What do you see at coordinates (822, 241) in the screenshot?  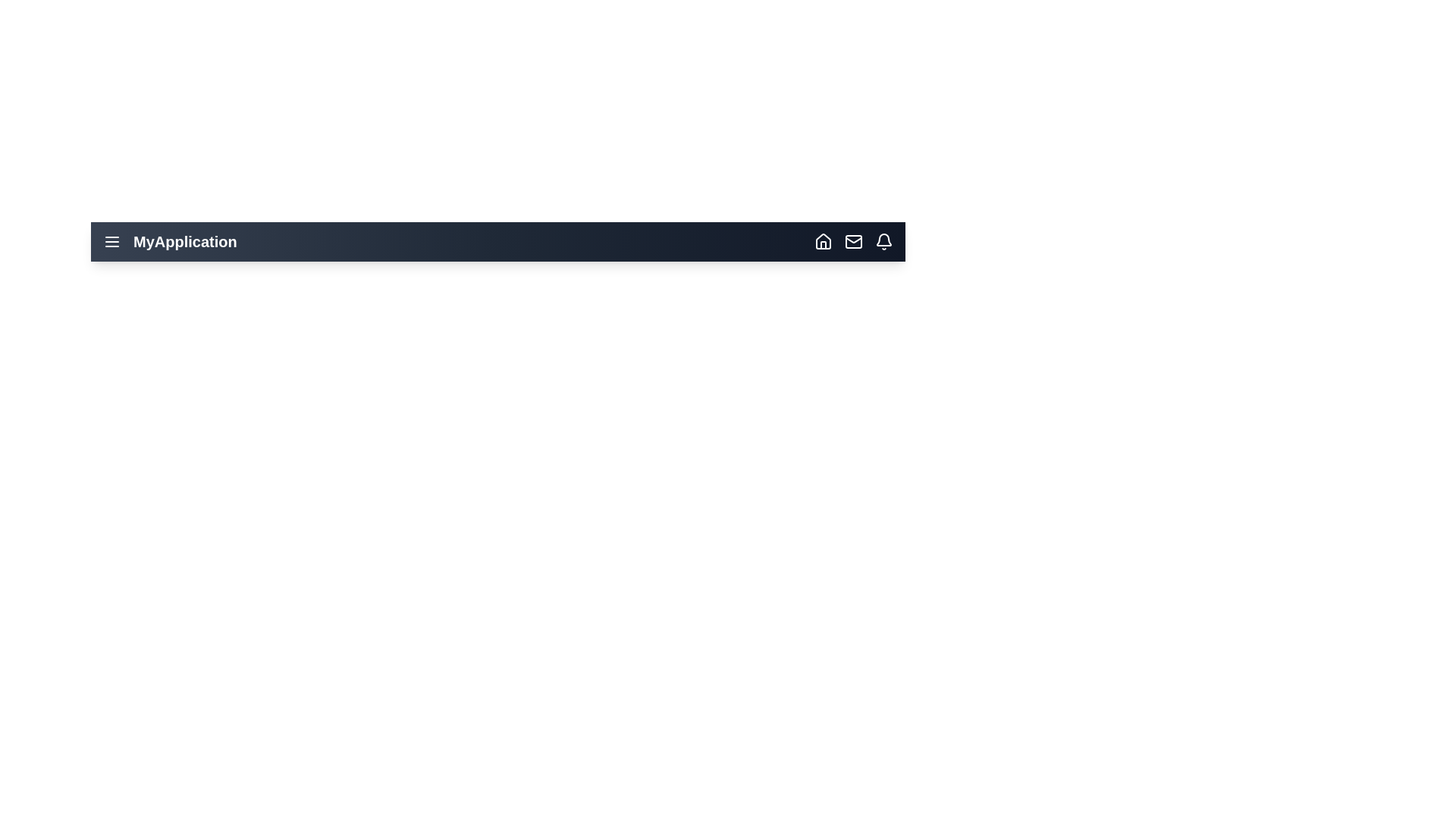 I see `the home icon to navigate to the home section` at bounding box center [822, 241].